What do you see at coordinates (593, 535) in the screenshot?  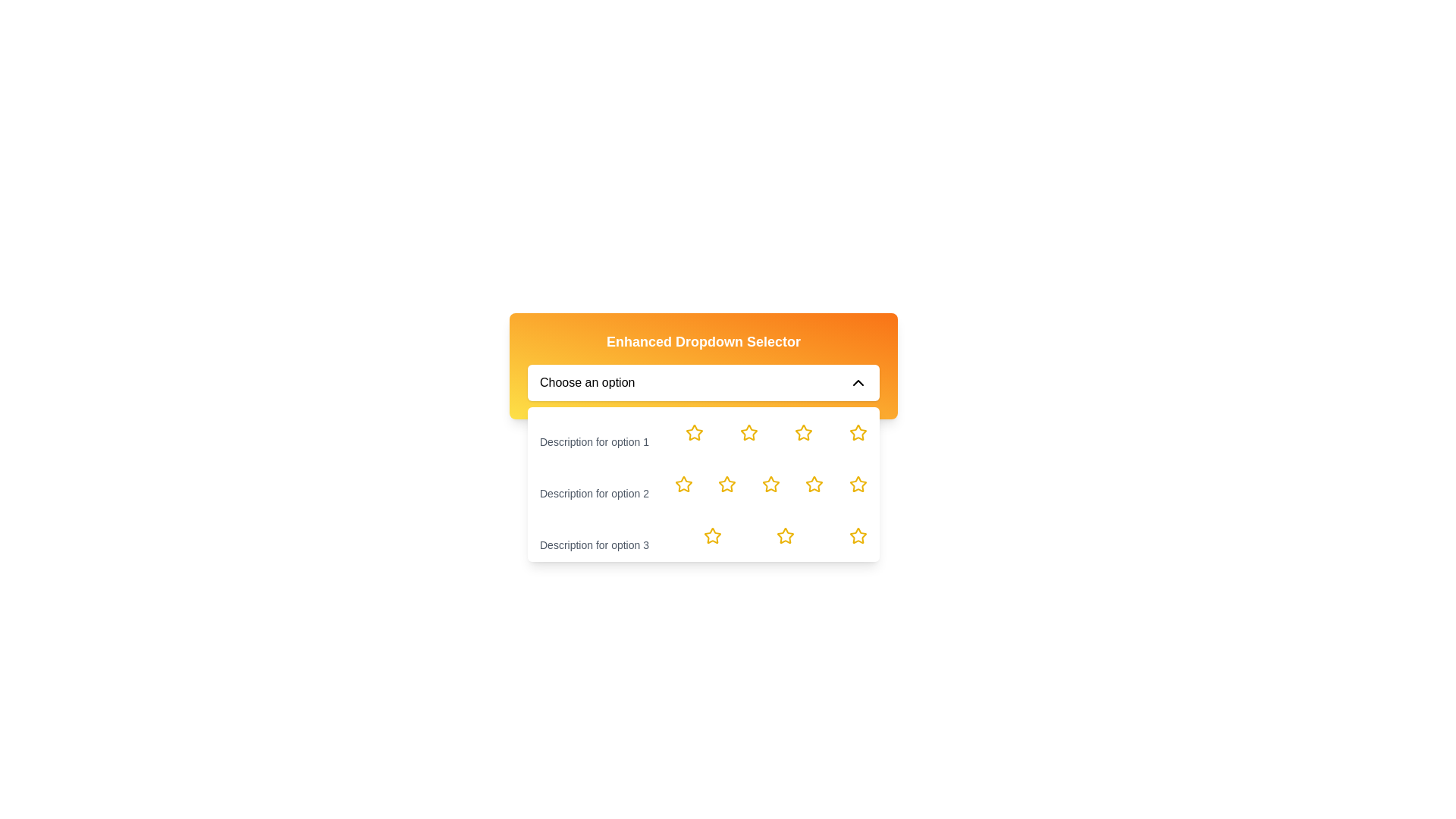 I see `the text label that reads 'Description for option 3', which is positioned below the 'Option 3' header in the dropdown menu` at bounding box center [593, 535].